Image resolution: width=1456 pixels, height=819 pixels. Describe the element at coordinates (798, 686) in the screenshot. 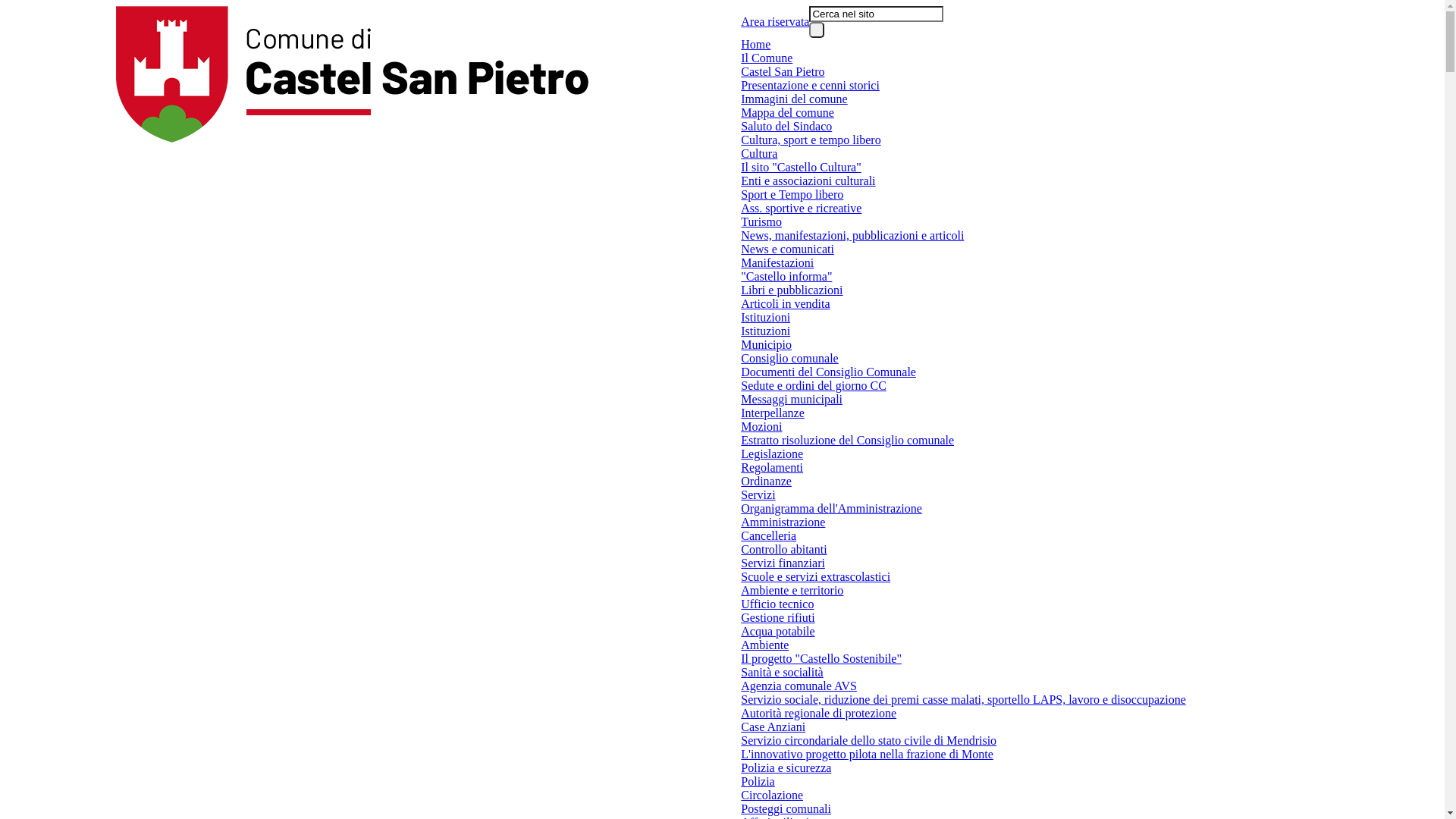

I see `'Agenzia comunale AVS'` at that location.